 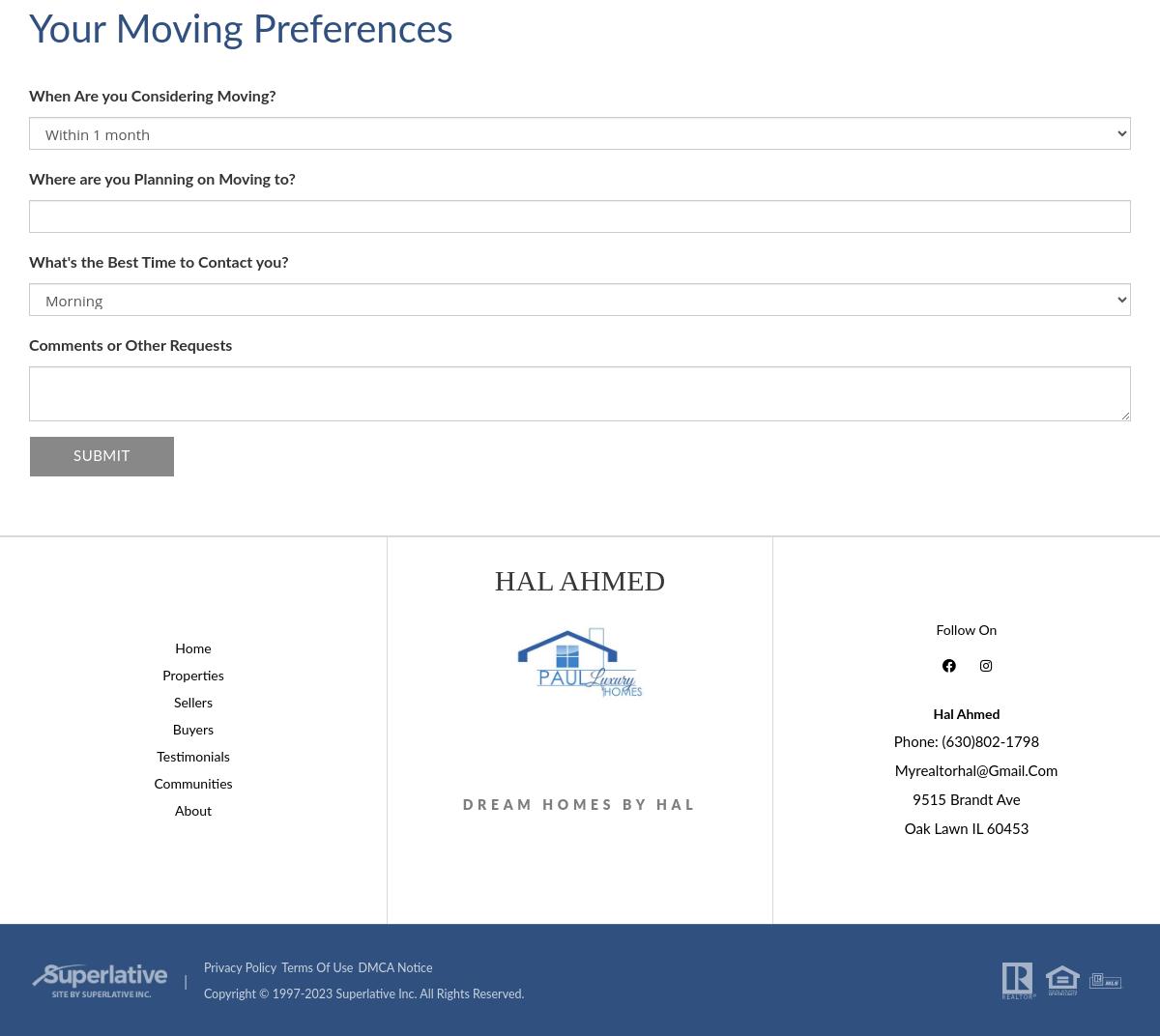 What do you see at coordinates (316, 966) in the screenshot?
I see `'Terms of Use'` at bounding box center [316, 966].